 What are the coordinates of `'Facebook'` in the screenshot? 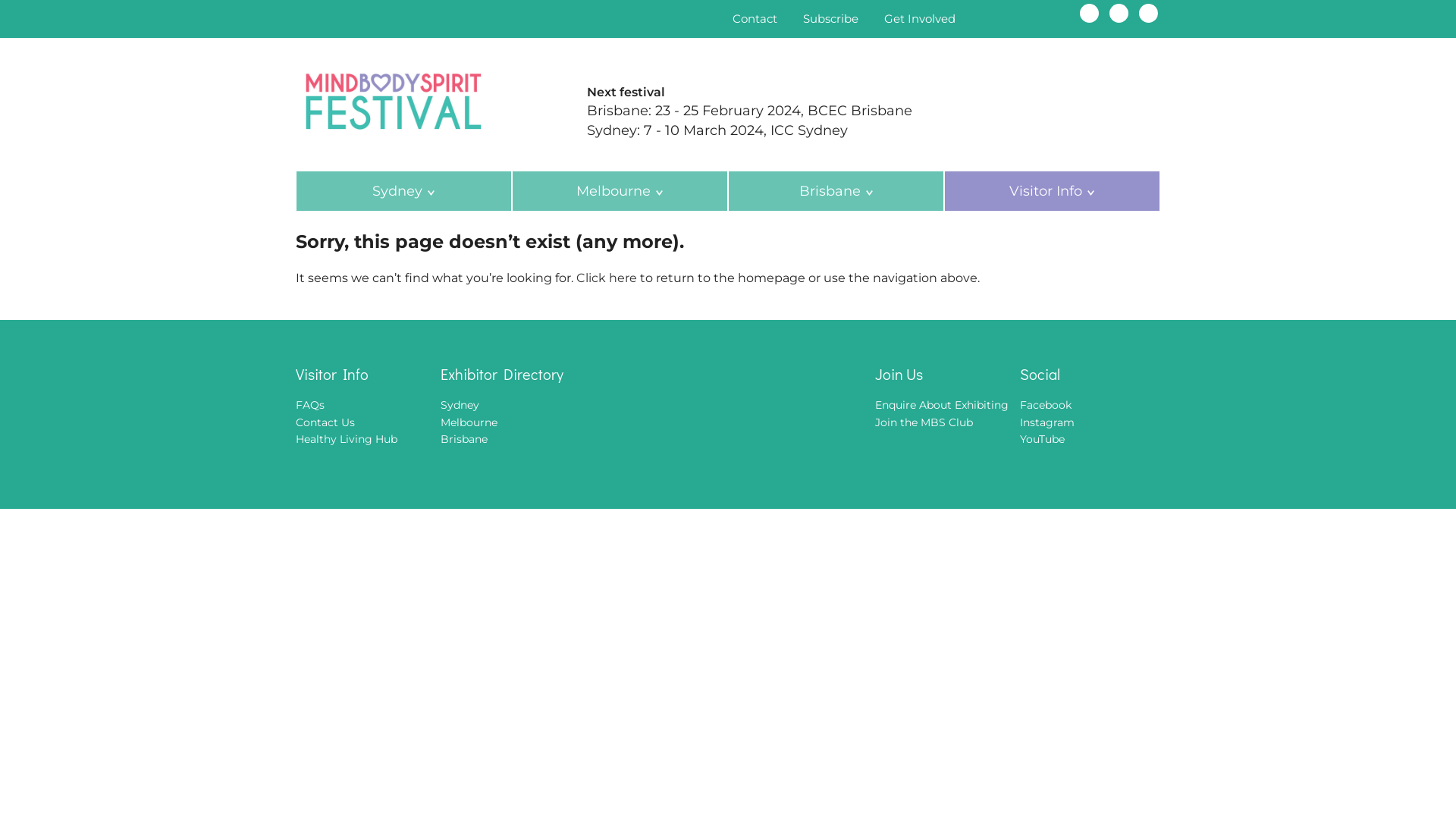 It's located at (1088, 13).